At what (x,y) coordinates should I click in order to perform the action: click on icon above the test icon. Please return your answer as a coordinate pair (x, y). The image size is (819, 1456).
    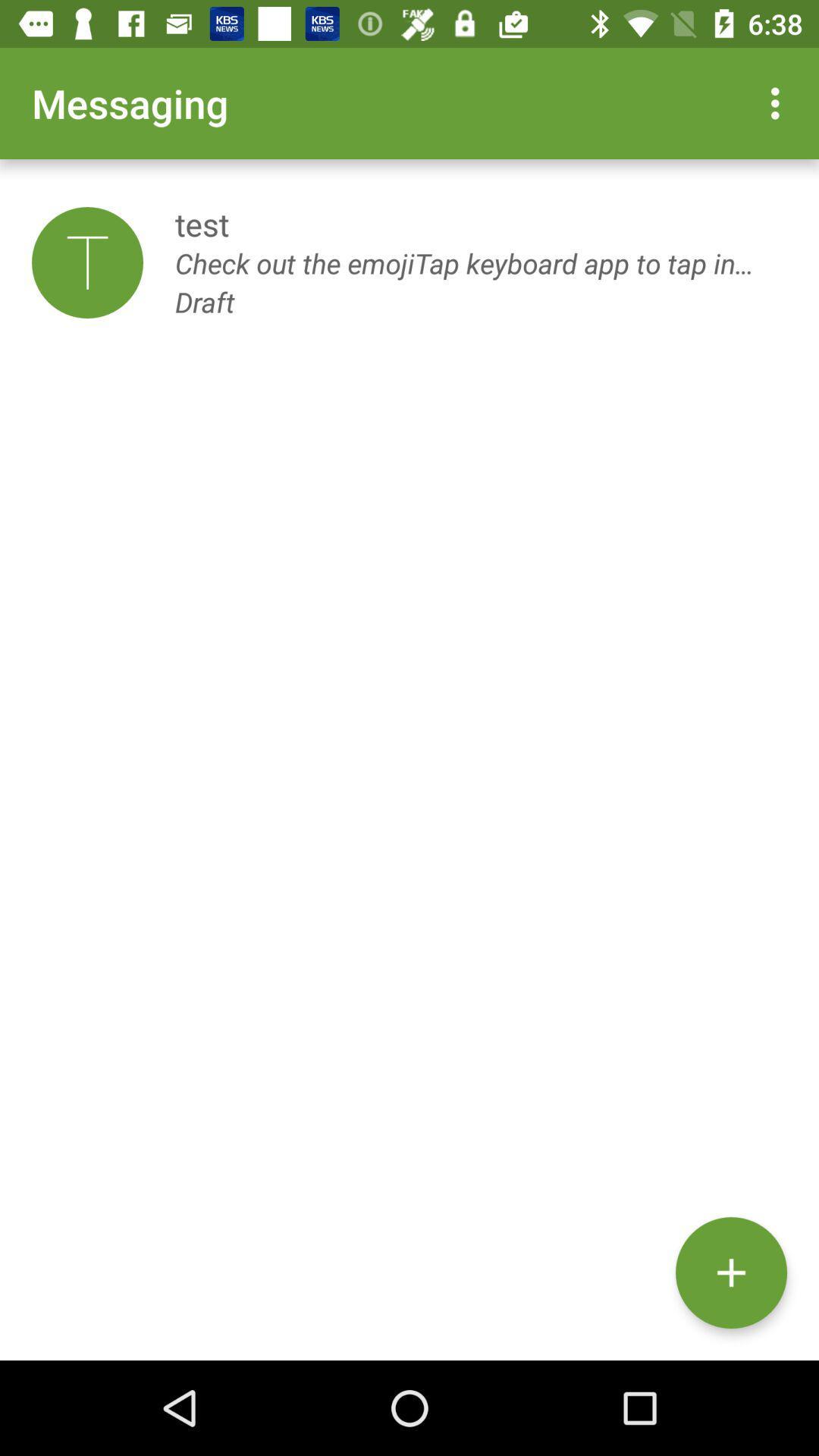
    Looking at the image, I should click on (779, 102).